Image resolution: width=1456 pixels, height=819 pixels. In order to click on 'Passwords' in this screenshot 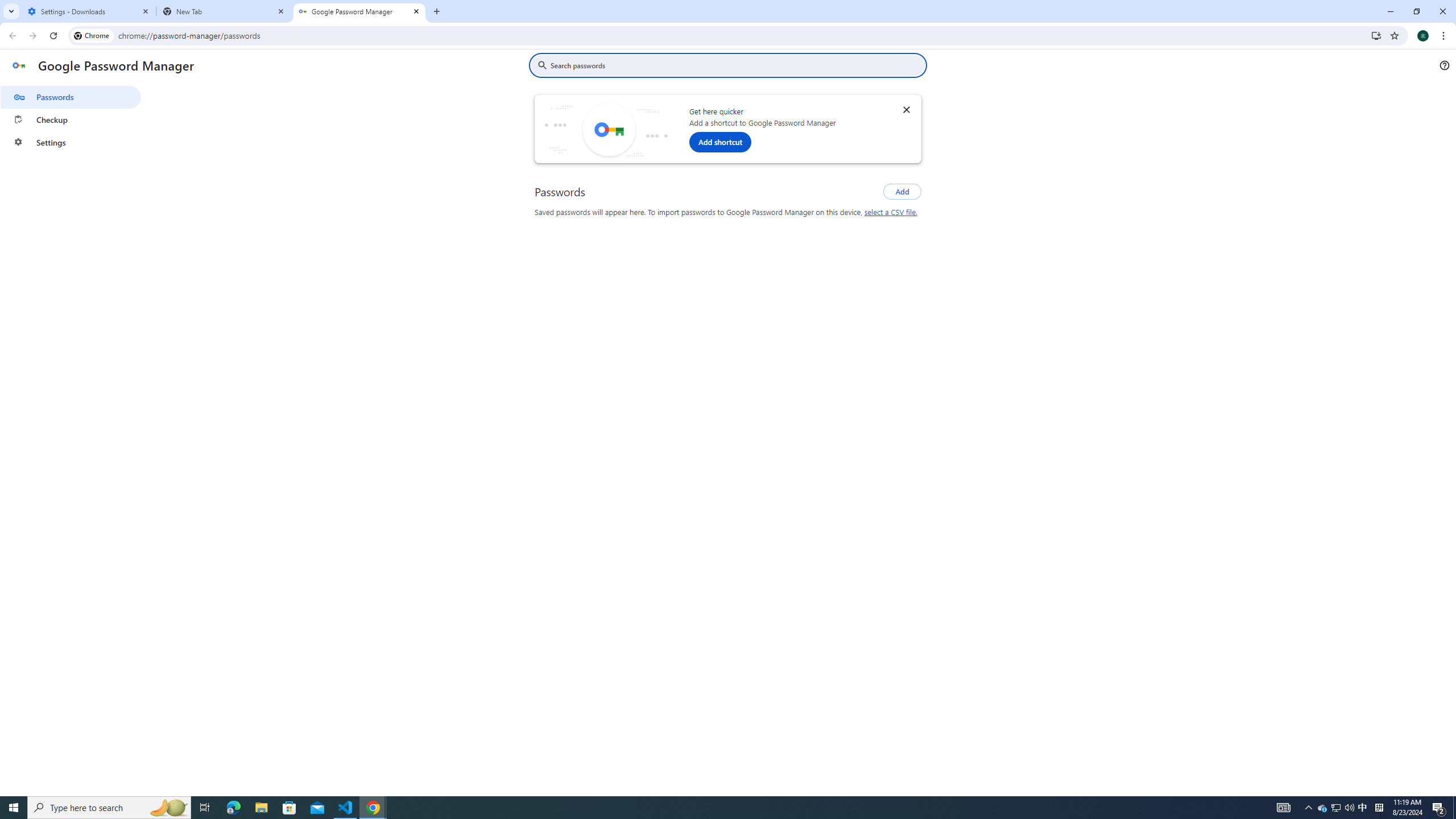, I will do `click(70, 97)`.